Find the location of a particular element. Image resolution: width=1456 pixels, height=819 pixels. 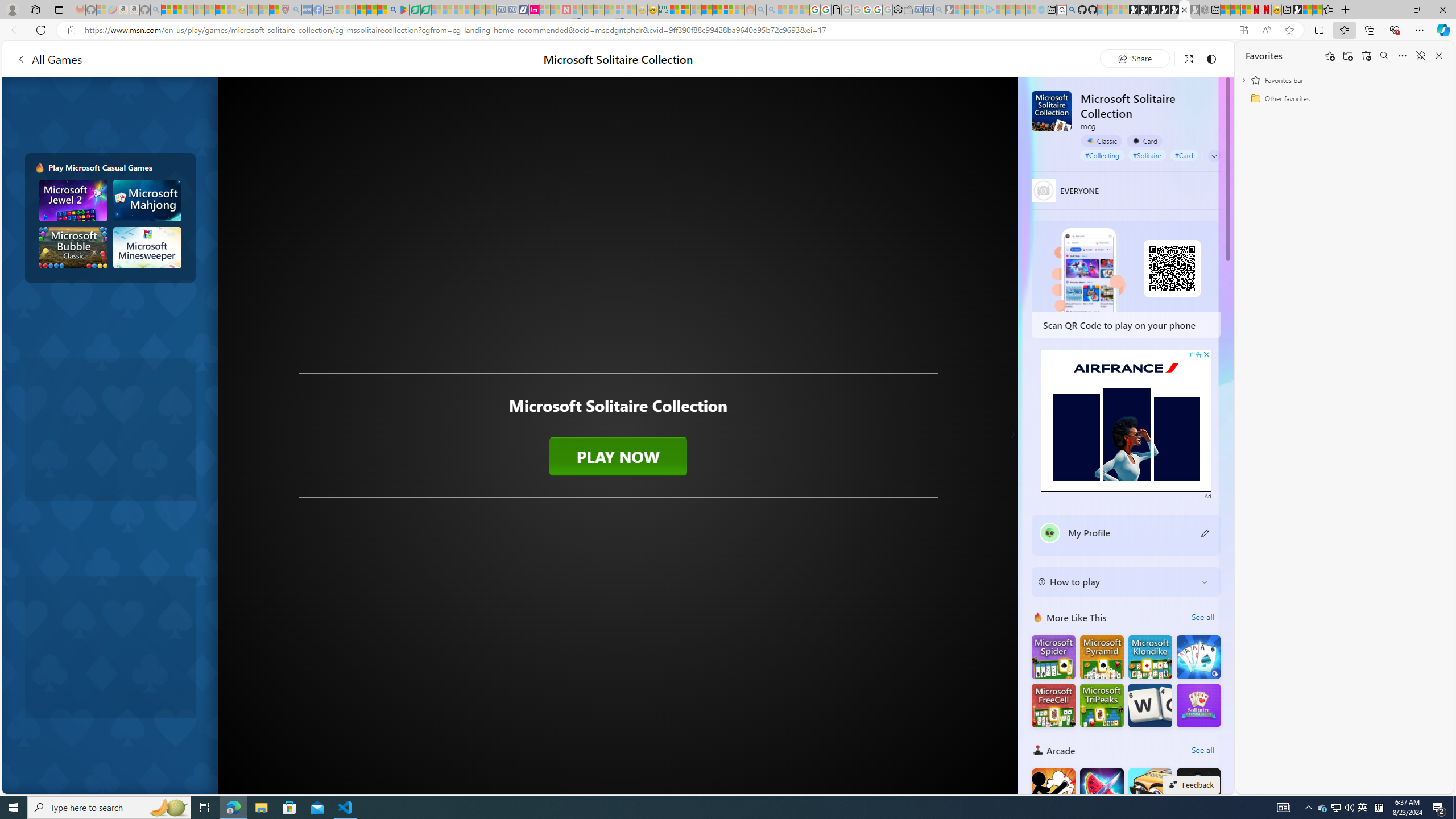

'Class: button edit-icon' is located at coordinates (1205, 532).